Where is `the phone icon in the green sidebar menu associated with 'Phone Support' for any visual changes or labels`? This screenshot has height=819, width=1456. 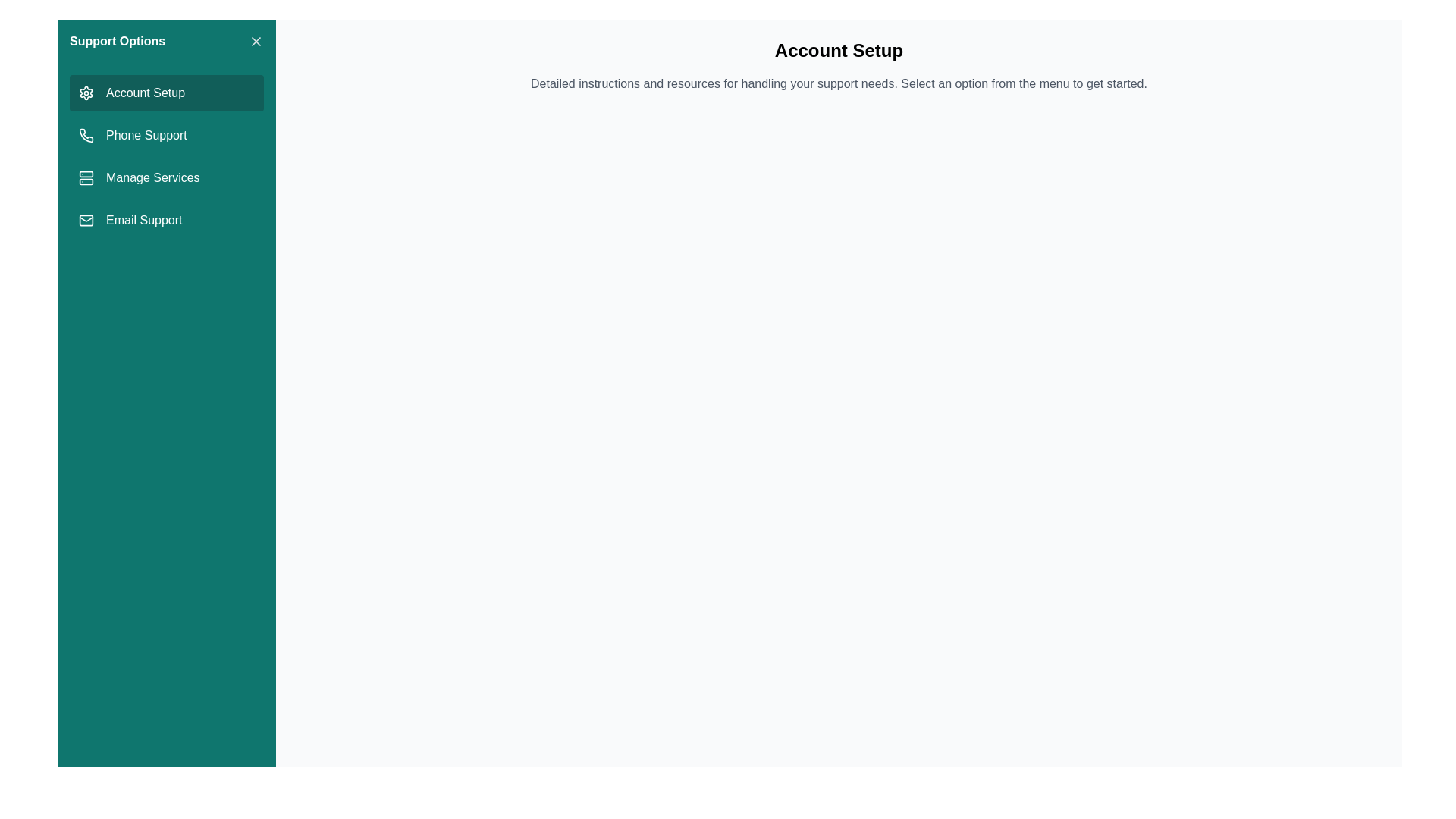 the phone icon in the green sidebar menu associated with 'Phone Support' for any visual changes or labels is located at coordinates (86, 134).